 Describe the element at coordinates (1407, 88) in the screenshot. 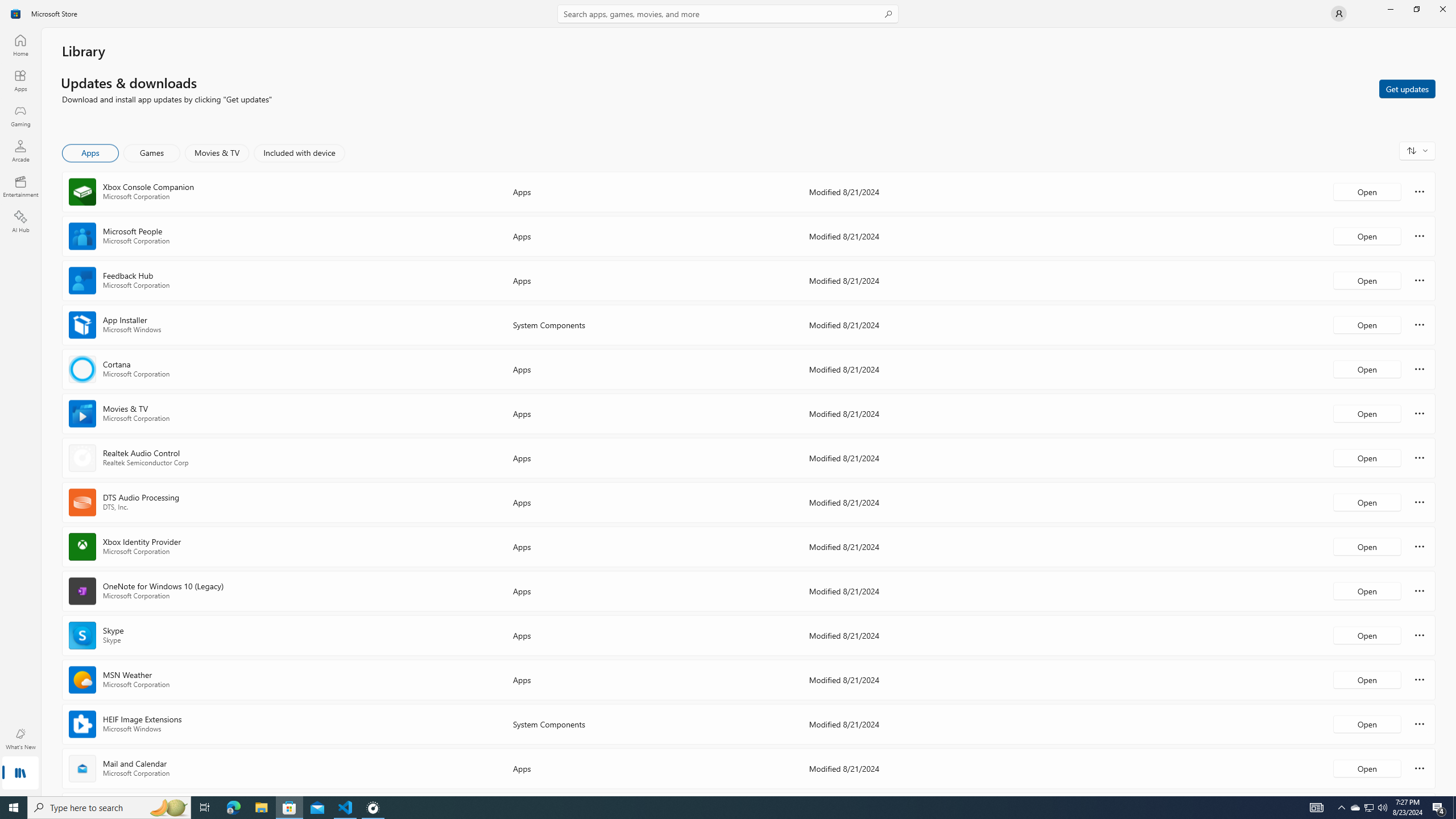

I see `'Get updates'` at that location.